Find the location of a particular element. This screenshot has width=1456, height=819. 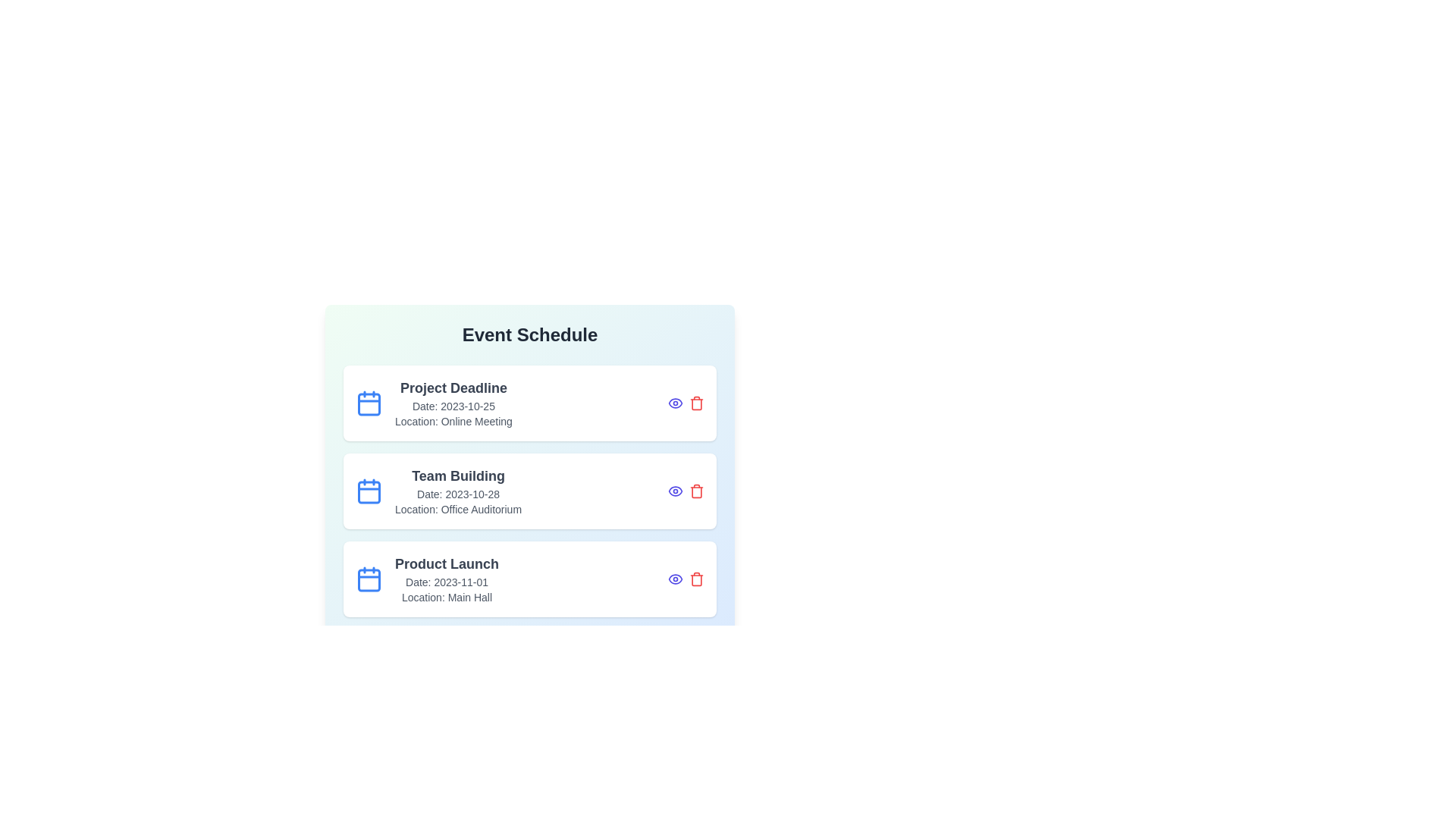

'View' button for the event with ID 3 is located at coordinates (675, 579).